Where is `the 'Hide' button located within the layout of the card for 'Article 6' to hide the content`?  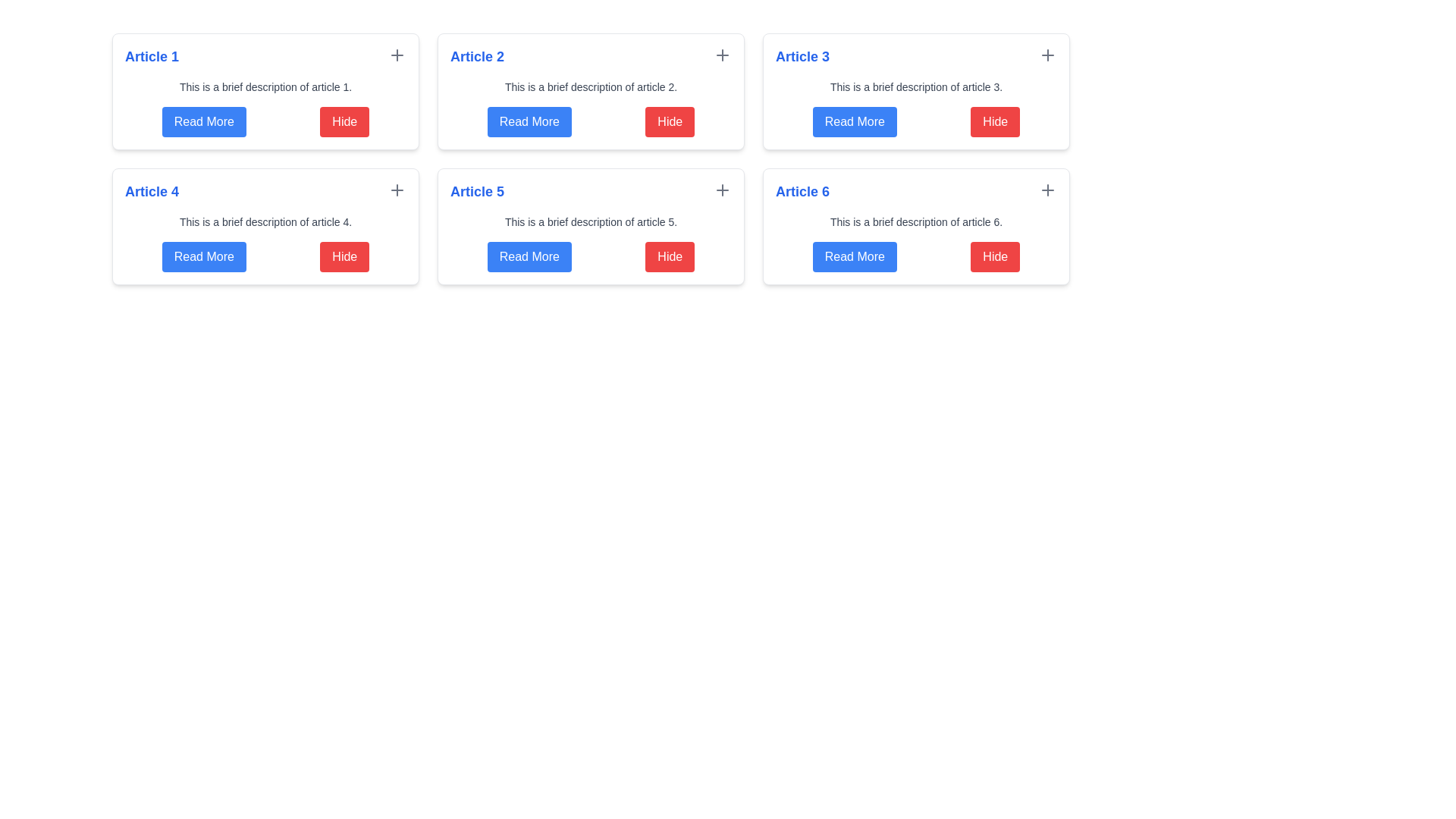
the 'Hide' button located within the layout of the card for 'Article 6' to hide the content is located at coordinates (995, 256).